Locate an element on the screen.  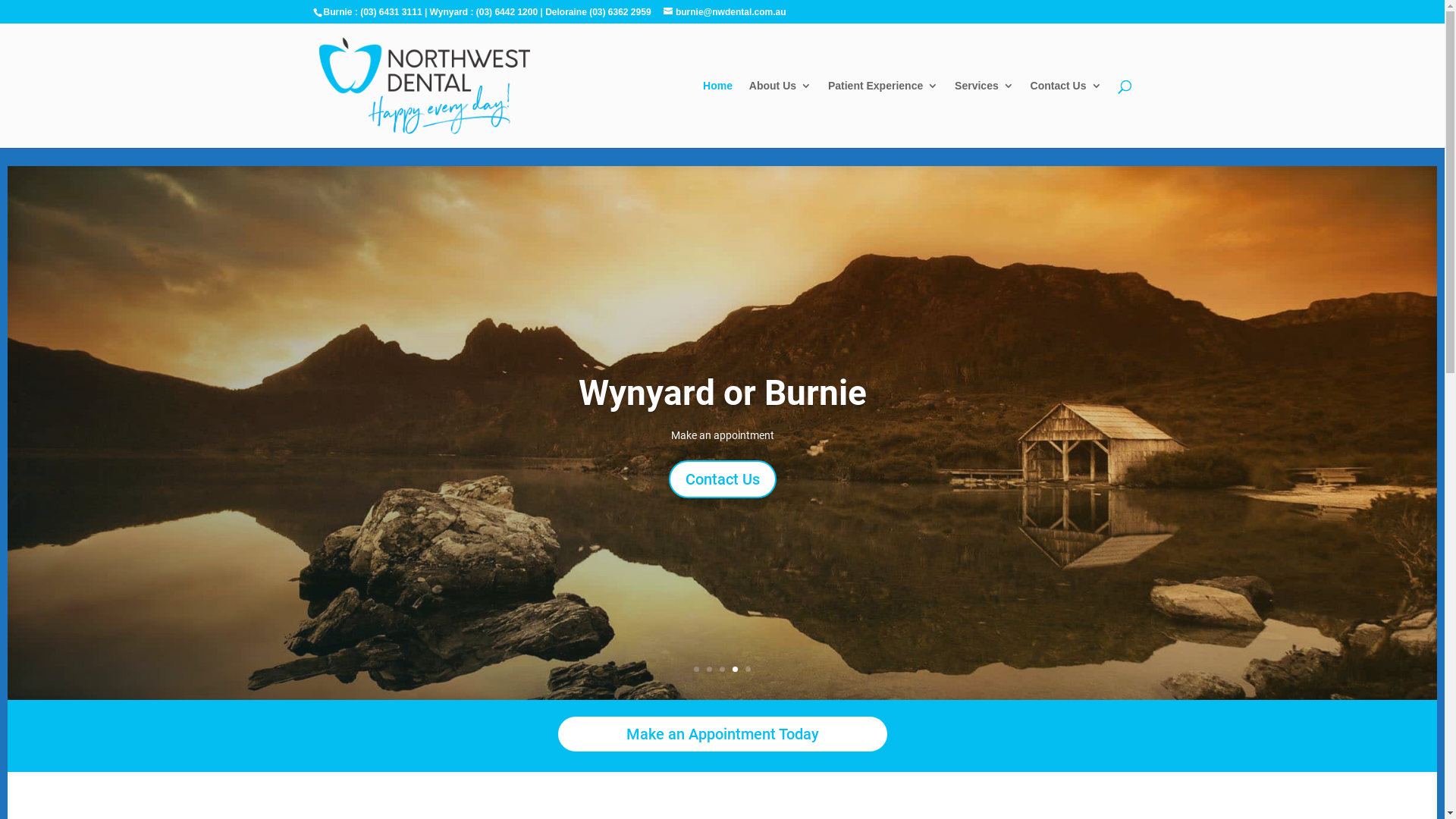
'Wynyard or Burnie' is located at coordinates (577, 391).